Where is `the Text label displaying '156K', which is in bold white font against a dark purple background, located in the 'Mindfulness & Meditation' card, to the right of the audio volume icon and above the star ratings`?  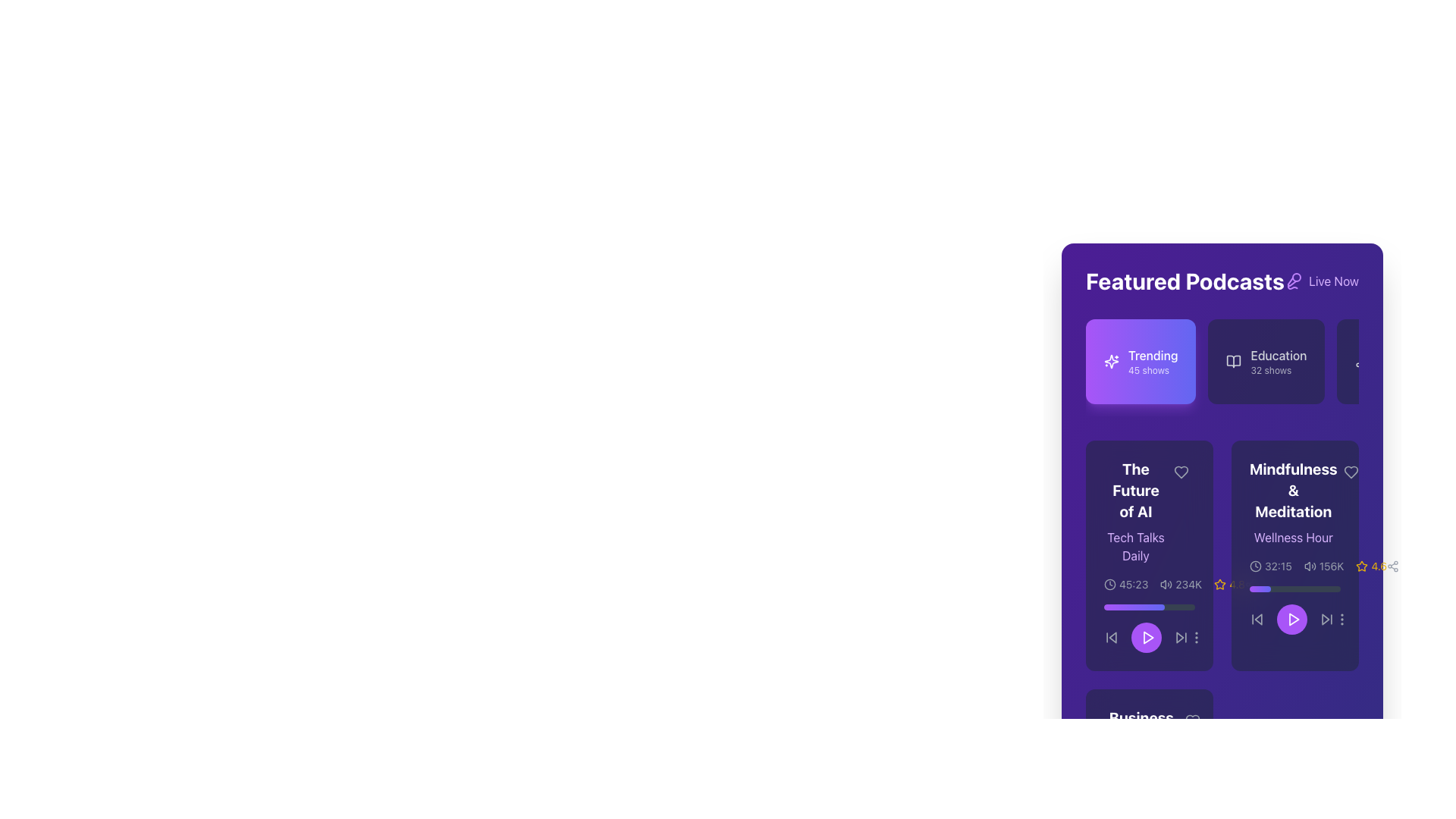 the Text label displaying '156K', which is in bold white font against a dark purple background, located in the 'Mindfulness & Meditation' card, to the right of the audio volume icon and above the star ratings is located at coordinates (1331, 566).